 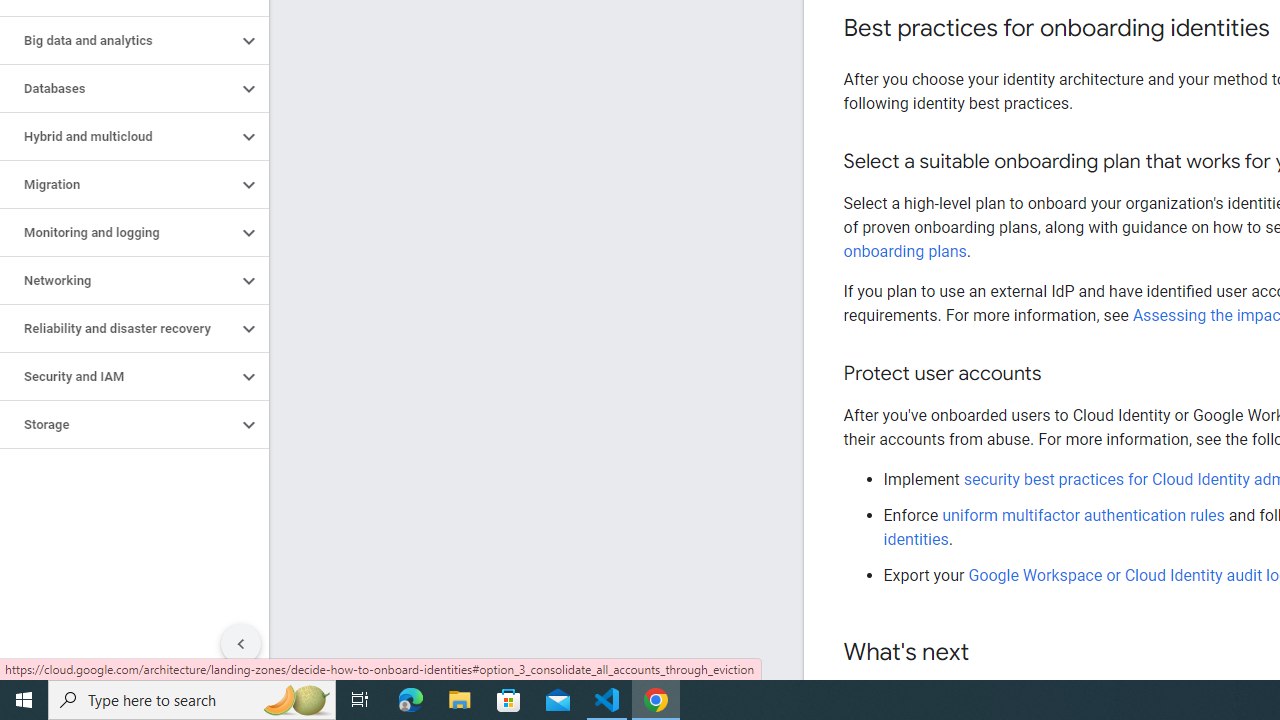 What do you see at coordinates (117, 231) in the screenshot?
I see `'Monitoring and logging'` at bounding box center [117, 231].